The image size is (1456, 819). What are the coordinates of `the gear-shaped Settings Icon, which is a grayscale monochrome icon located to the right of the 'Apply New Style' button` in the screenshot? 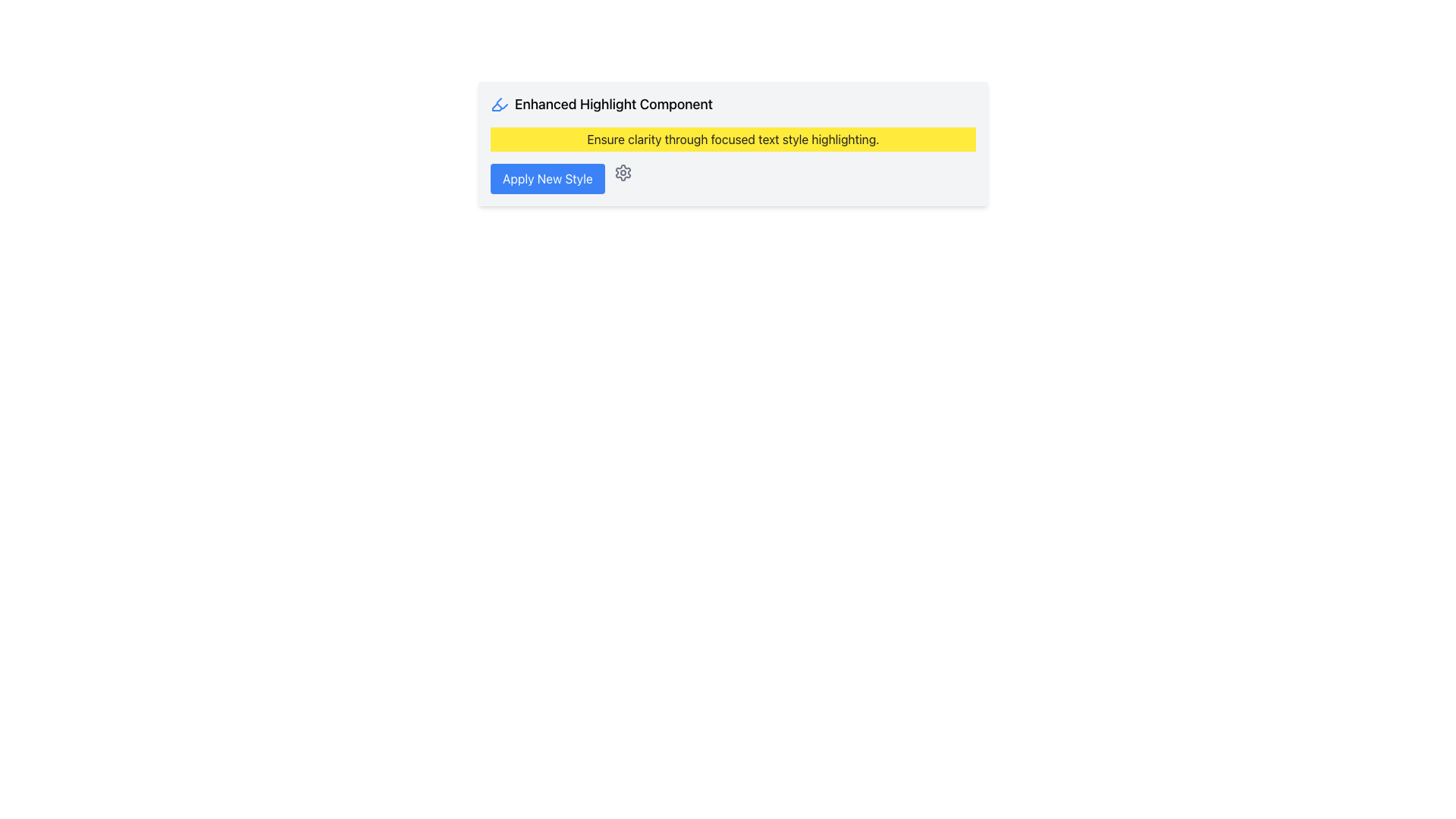 It's located at (623, 171).